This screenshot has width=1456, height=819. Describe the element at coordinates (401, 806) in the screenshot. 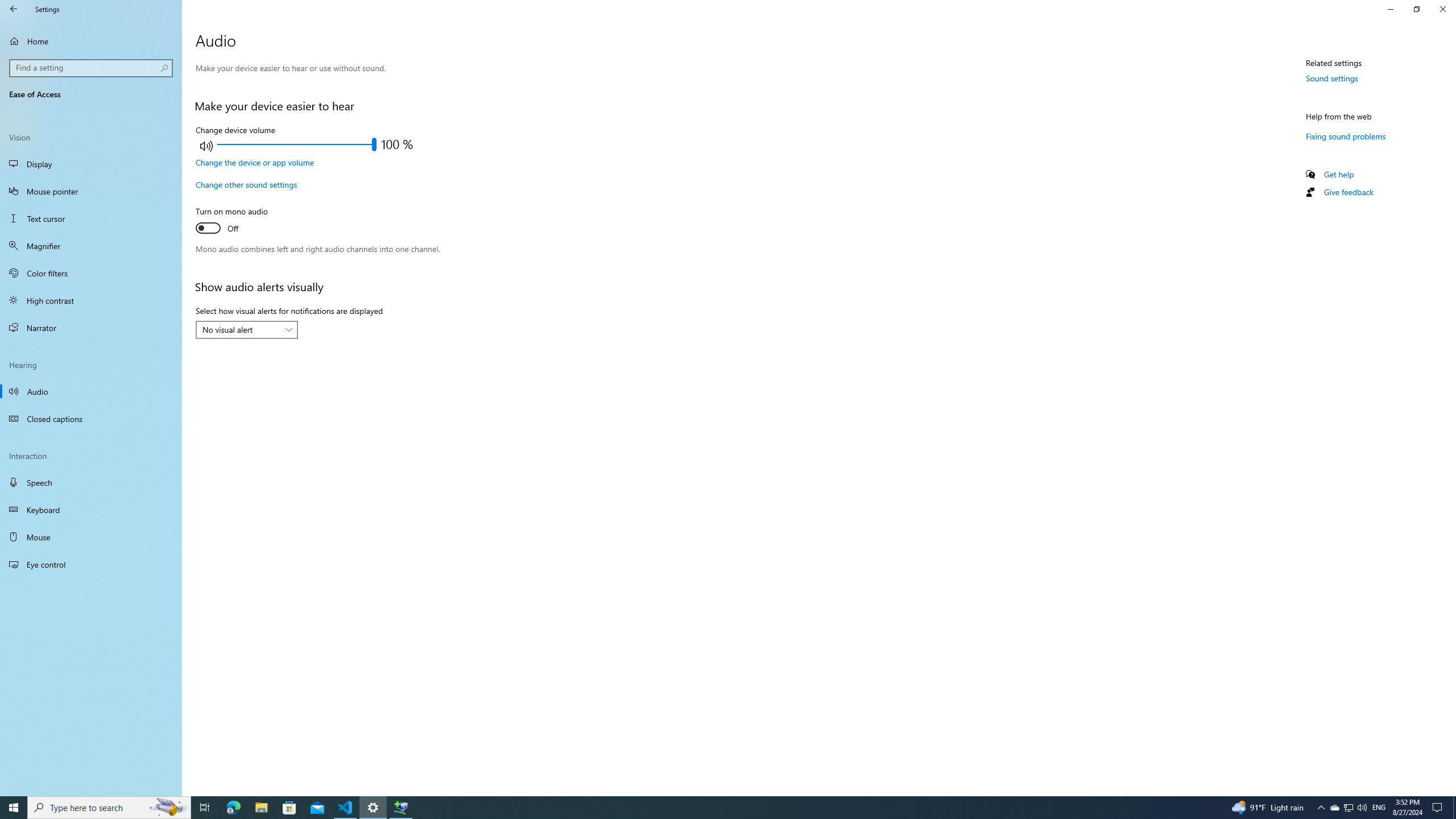

I see `'Extensible Wizards Host Process - 1 running window'` at that location.